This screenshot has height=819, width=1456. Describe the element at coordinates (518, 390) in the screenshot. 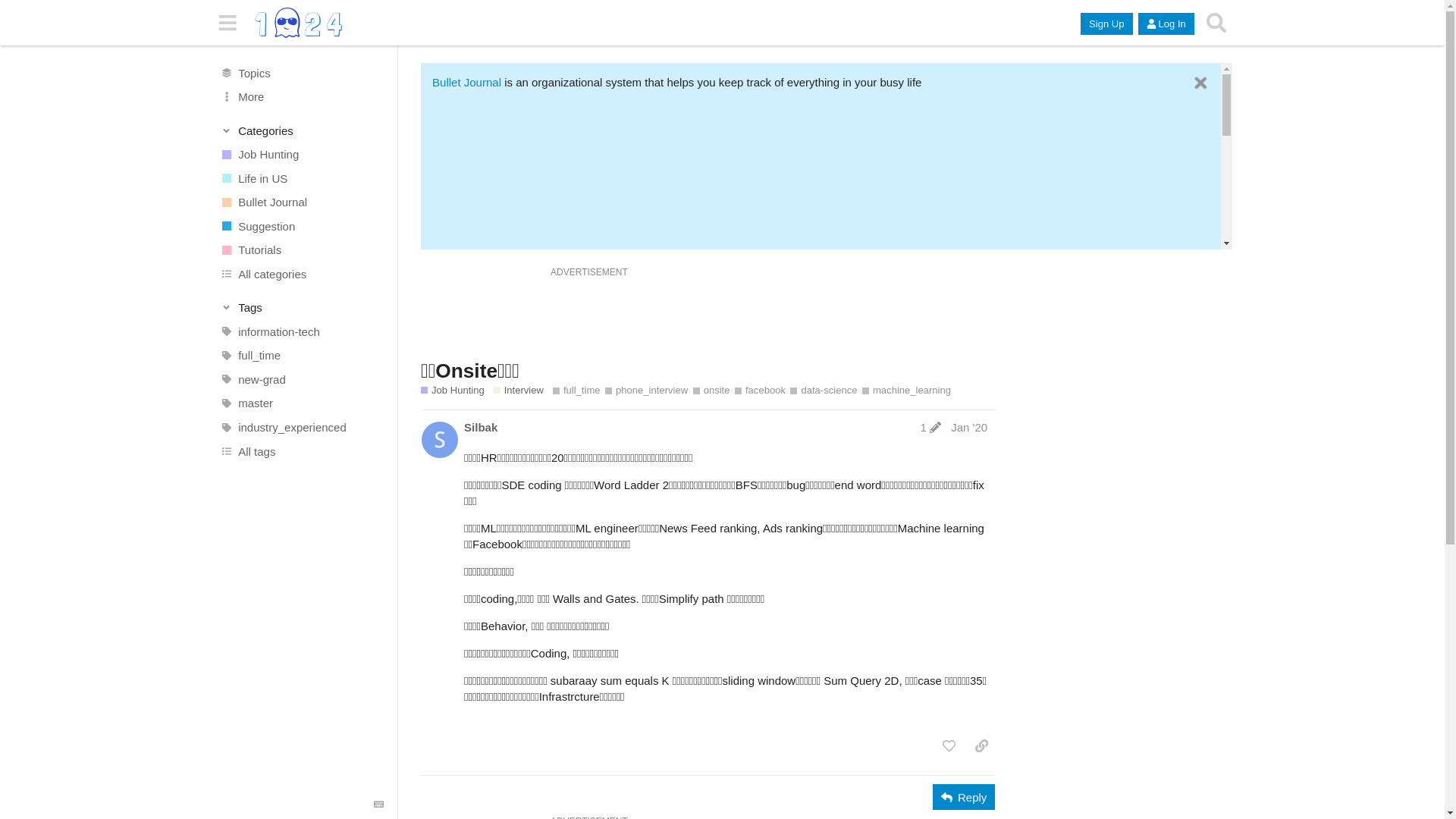

I see `'Interview'` at that location.